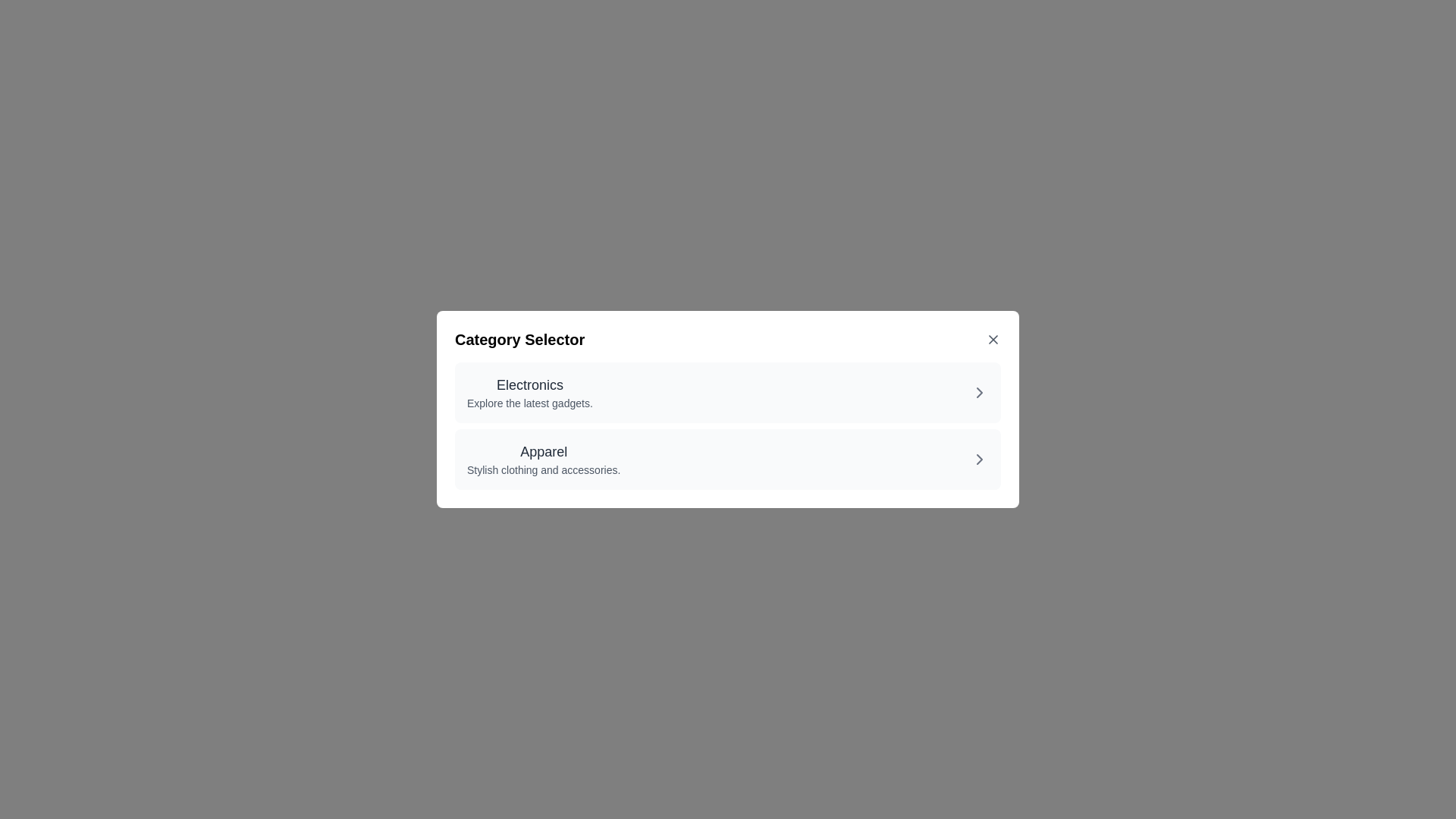 This screenshot has width=1456, height=819. What do you see at coordinates (979, 458) in the screenshot?
I see `the right-pointing chevron arrow icon located in the right side of the 'Apparel' row` at bounding box center [979, 458].